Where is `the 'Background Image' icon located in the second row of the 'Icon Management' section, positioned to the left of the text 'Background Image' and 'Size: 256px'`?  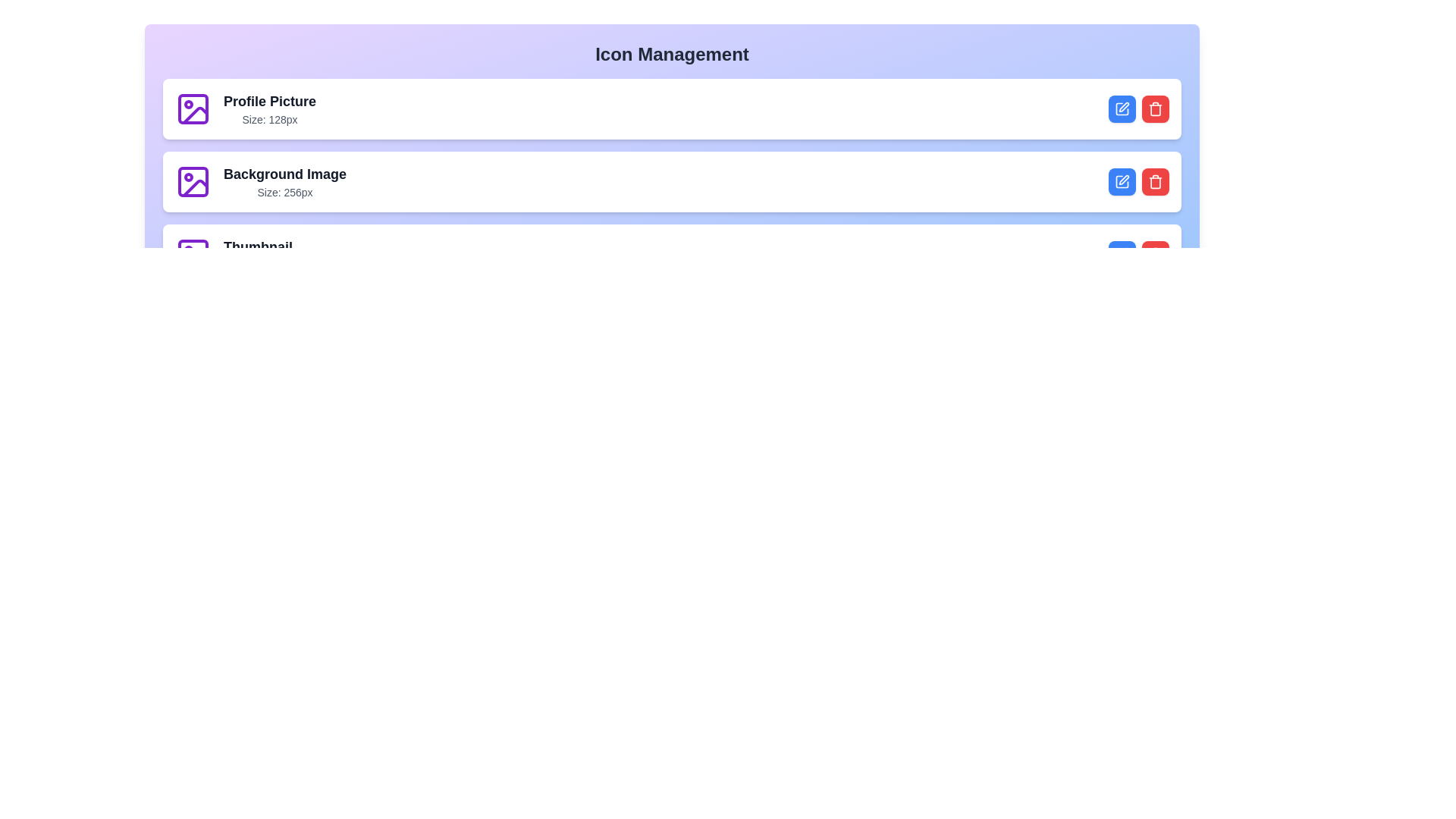 the 'Background Image' icon located in the second row of the 'Icon Management' section, positioned to the left of the text 'Background Image' and 'Size: 256px' is located at coordinates (192, 180).